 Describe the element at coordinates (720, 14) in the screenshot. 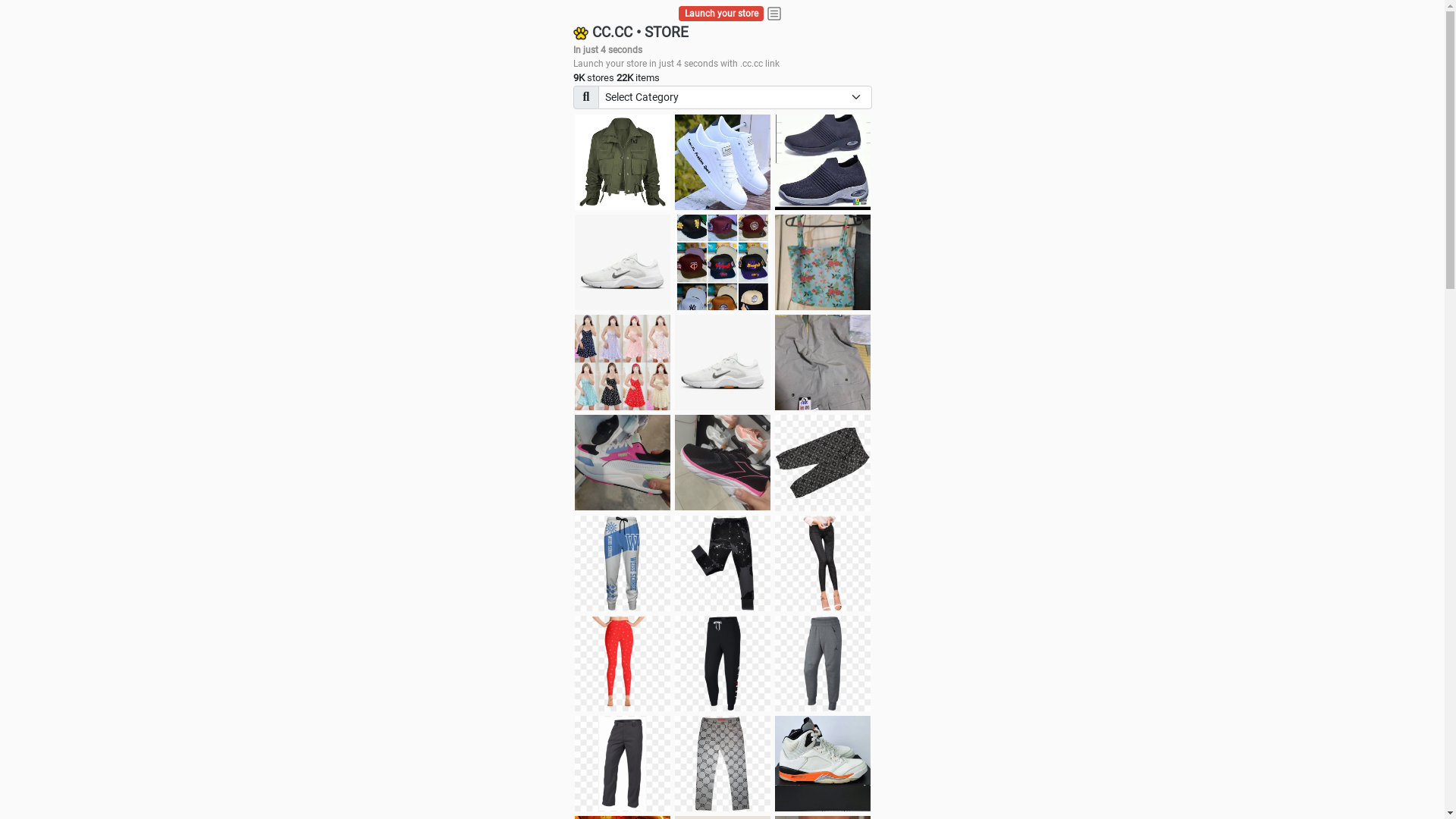

I see `'Launch your store'` at that location.